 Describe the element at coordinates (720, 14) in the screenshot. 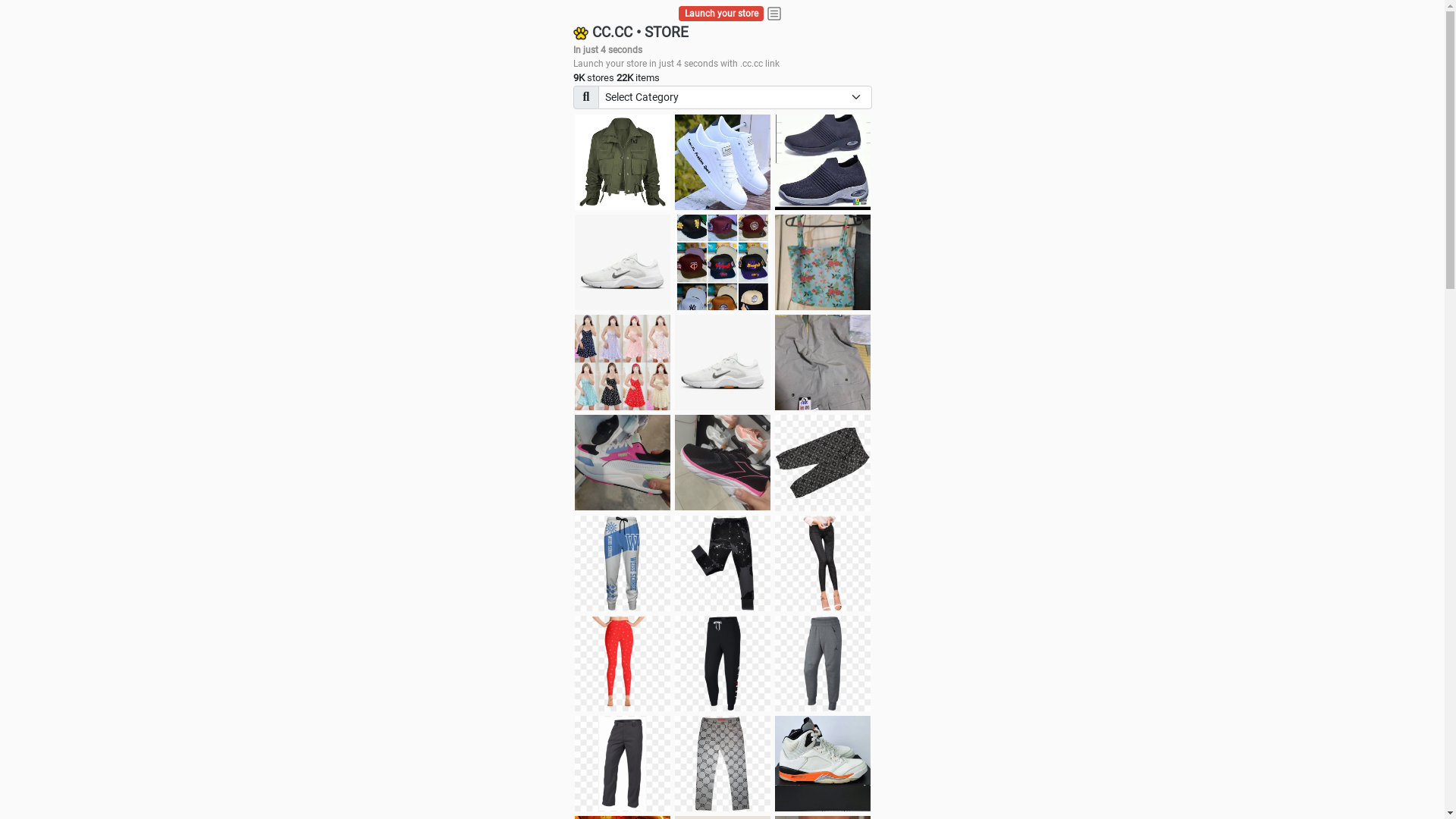

I see `'Launch your store'` at that location.